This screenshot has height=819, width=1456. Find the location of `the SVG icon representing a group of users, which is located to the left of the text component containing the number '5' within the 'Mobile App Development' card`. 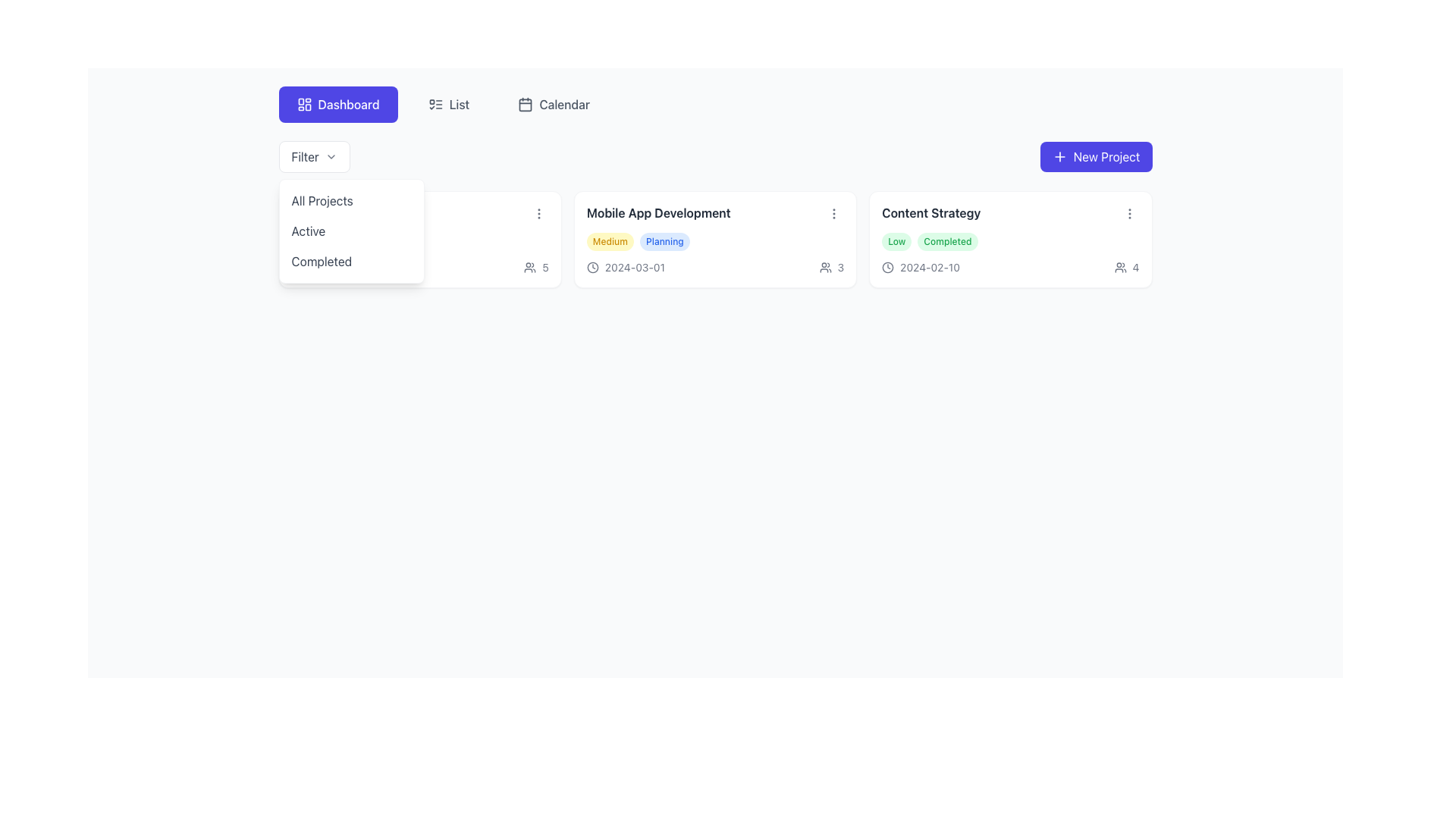

the SVG icon representing a group of users, which is located to the left of the text component containing the number '5' within the 'Mobile App Development' card is located at coordinates (530, 267).